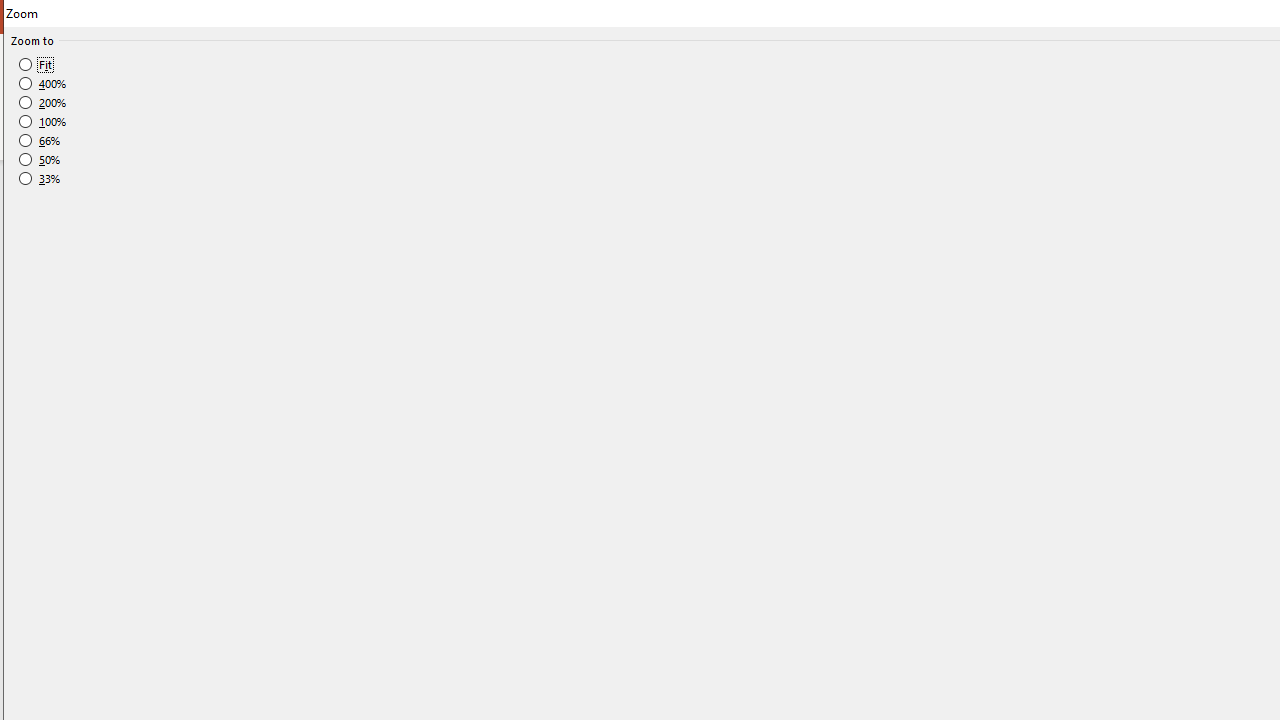 The height and width of the screenshot is (720, 1280). What do you see at coordinates (43, 122) in the screenshot?
I see `'100%'` at bounding box center [43, 122].